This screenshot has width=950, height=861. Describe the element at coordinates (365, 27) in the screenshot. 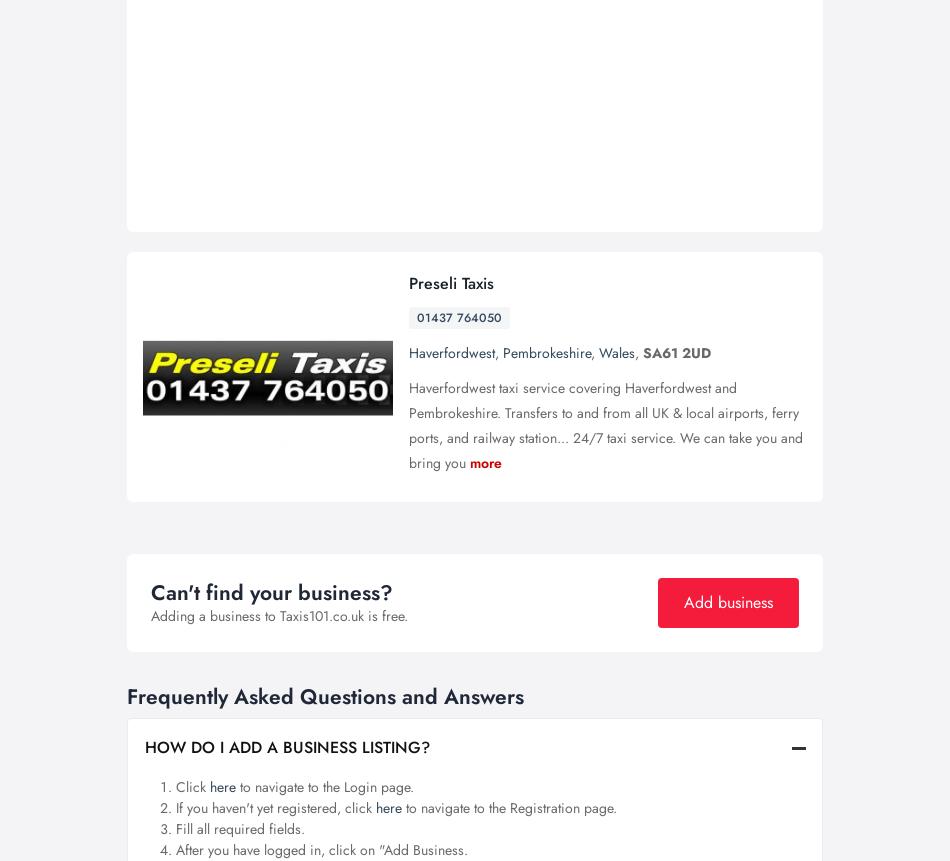

I see `'Home'` at that location.